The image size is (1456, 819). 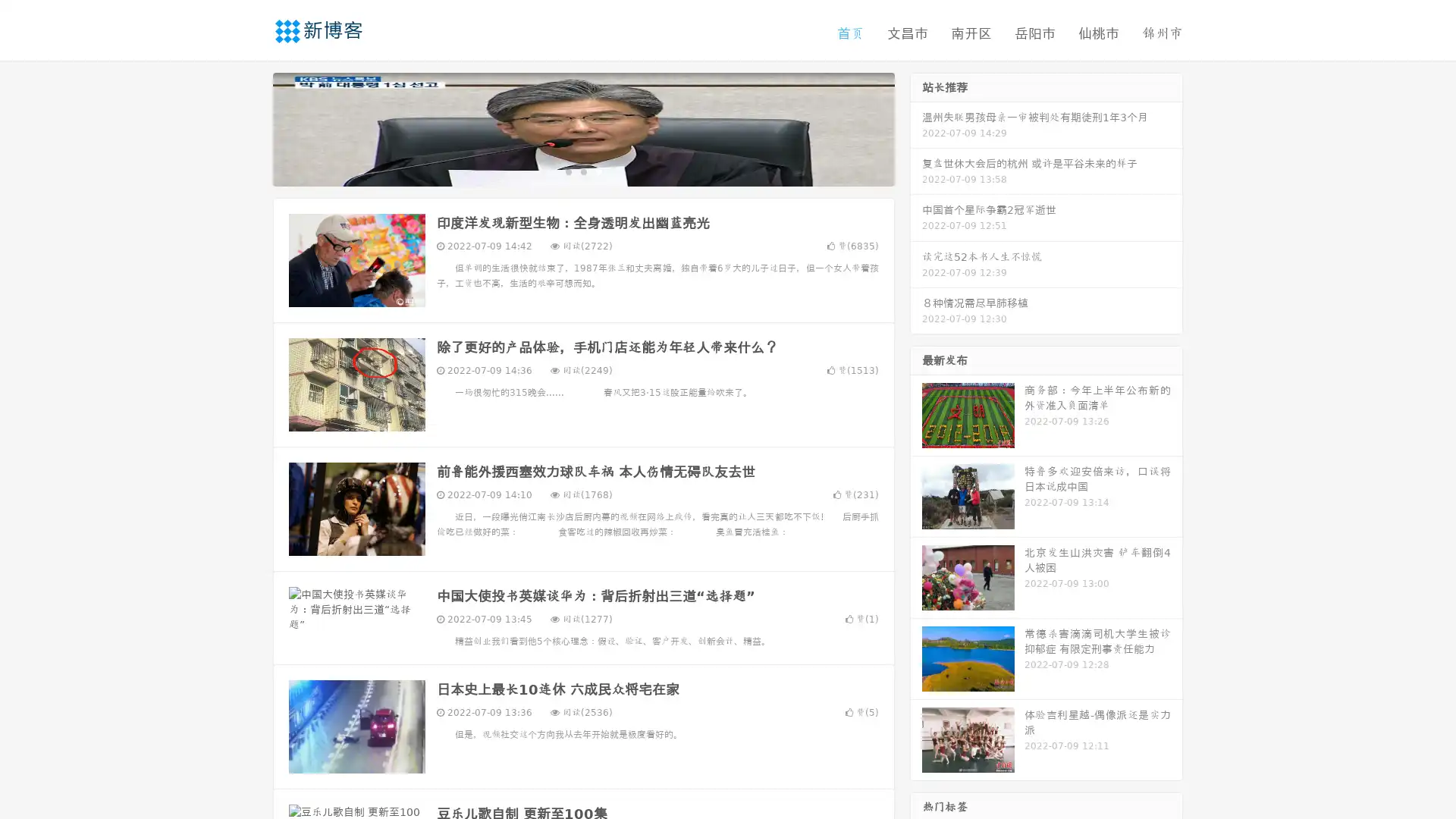 I want to click on Go to slide 2, so click(x=582, y=171).